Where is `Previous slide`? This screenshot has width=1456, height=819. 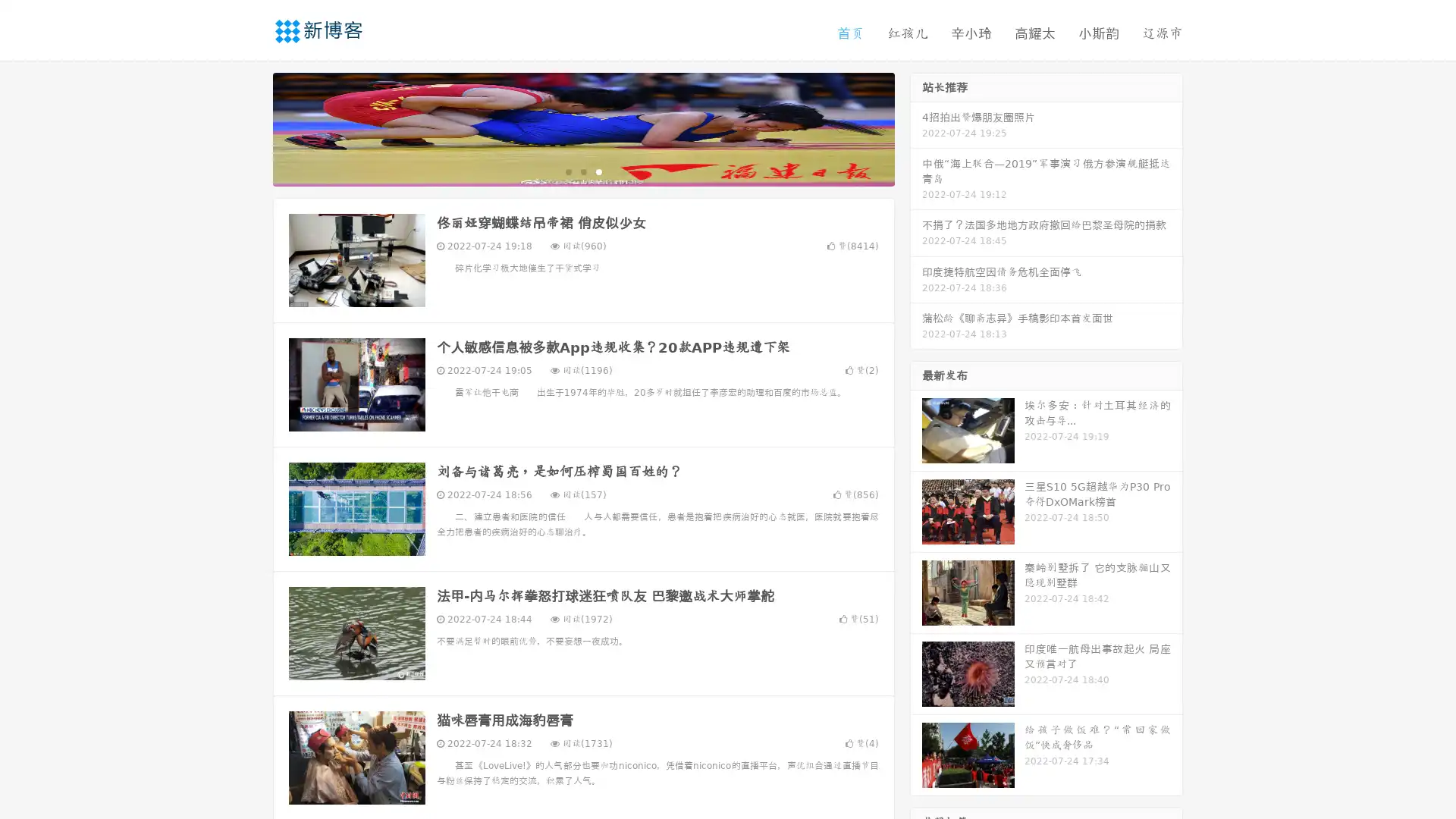 Previous slide is located at coordinates (250, 127).